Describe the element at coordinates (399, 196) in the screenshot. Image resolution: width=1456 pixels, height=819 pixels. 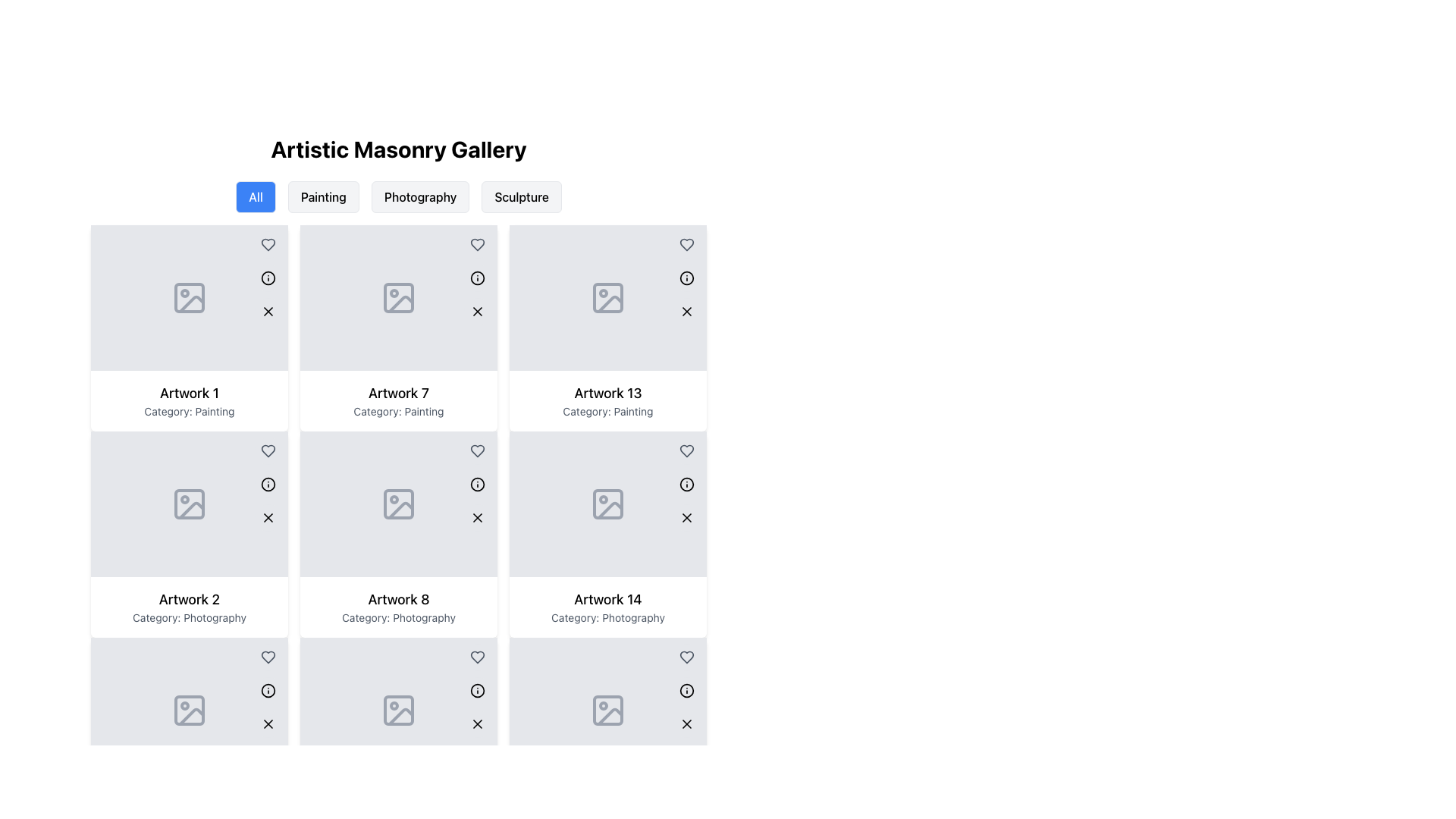
I see `the 'Photography' button in the navigation bar to filter content` at that location.